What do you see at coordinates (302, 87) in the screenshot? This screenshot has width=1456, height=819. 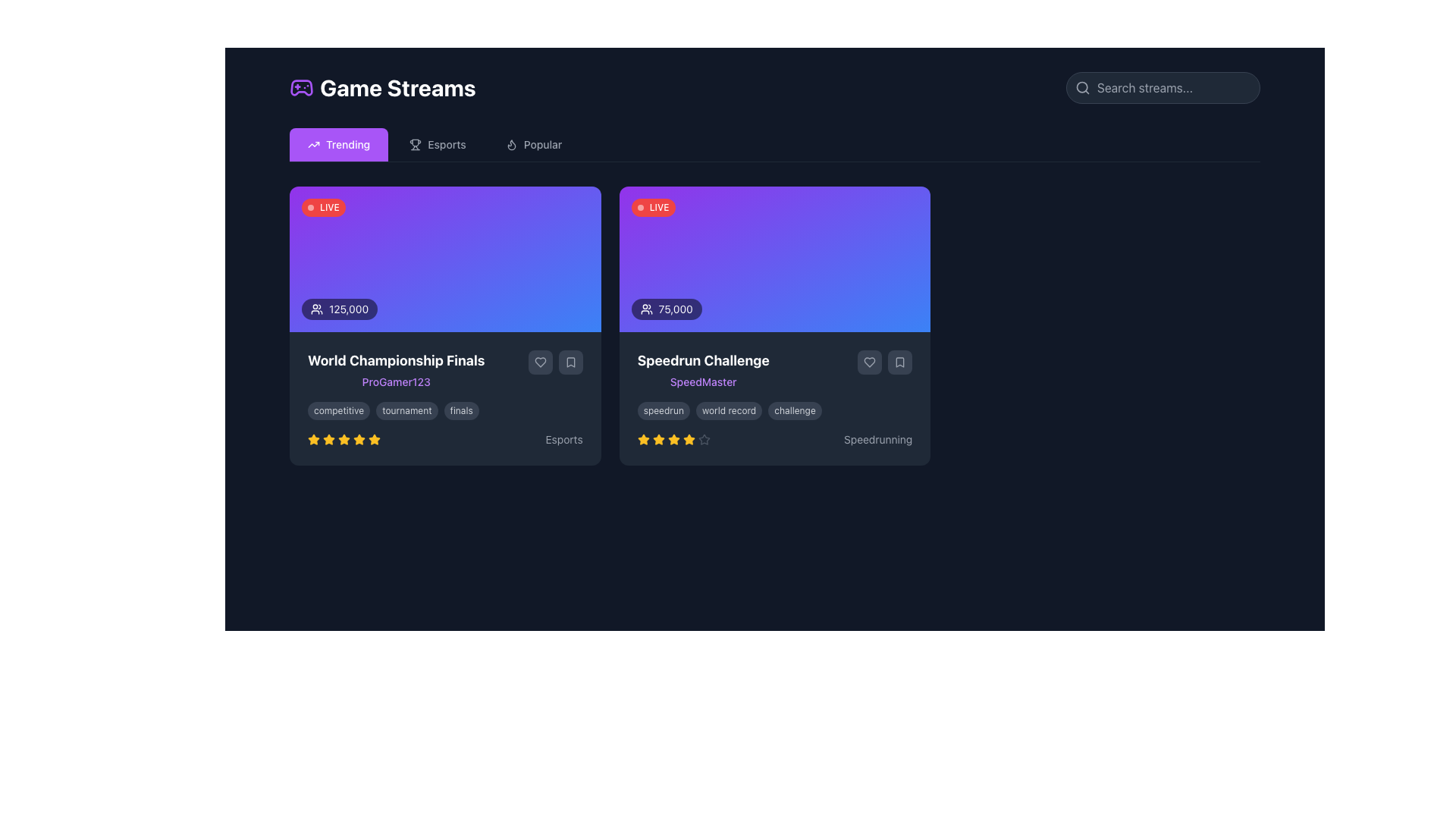 I see `the gaming-related icon positioned to the left of the 'Game Streams' heading at the top of the application interface` at bounding box center [302, 87].